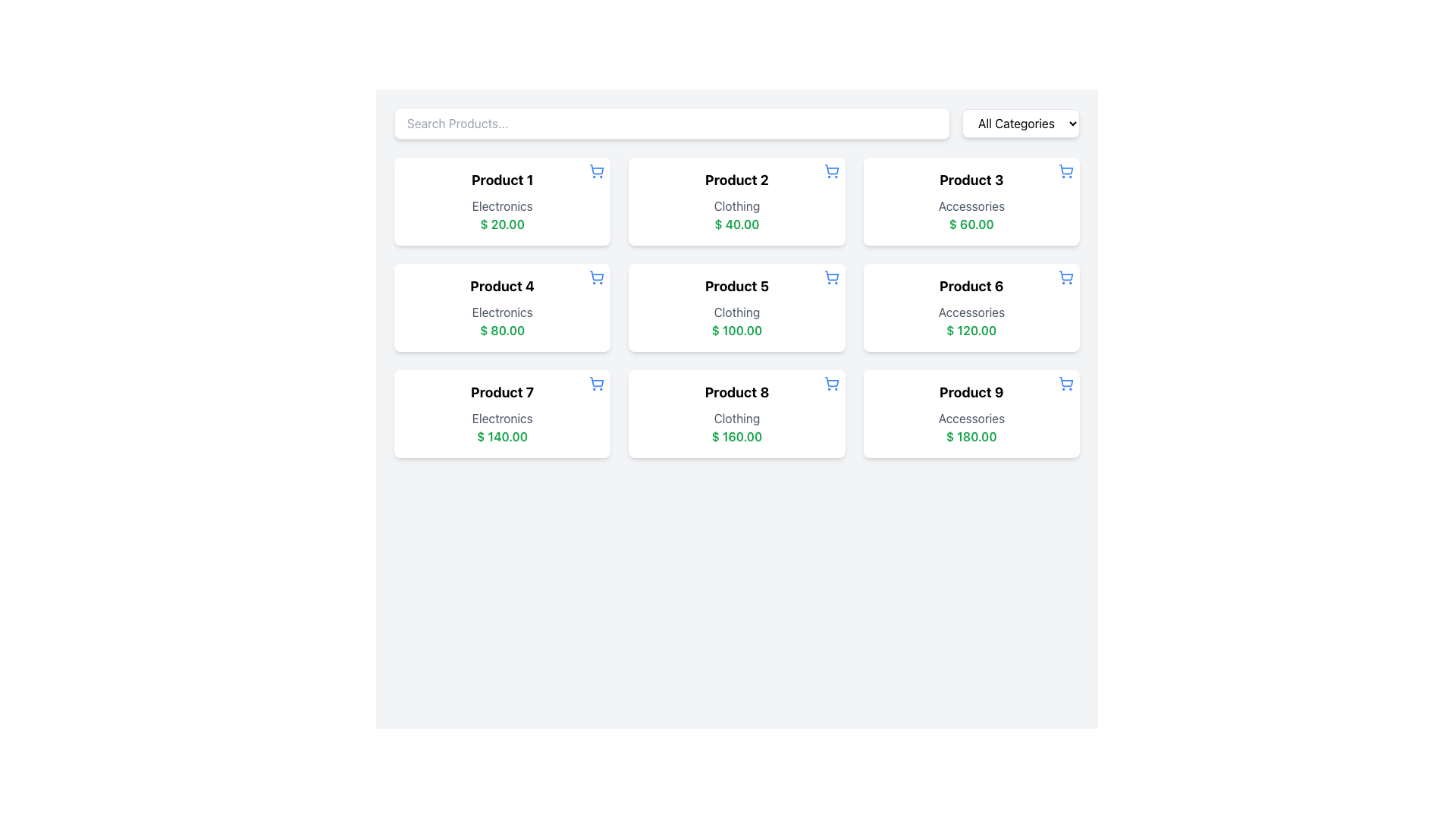  What do you see at coordinates (502, 414) in the screenshot?
I see `the product card that displays the name, category, and price, located in the first element of the third row in a three-column grid layout` at bounding box center [502, 414].